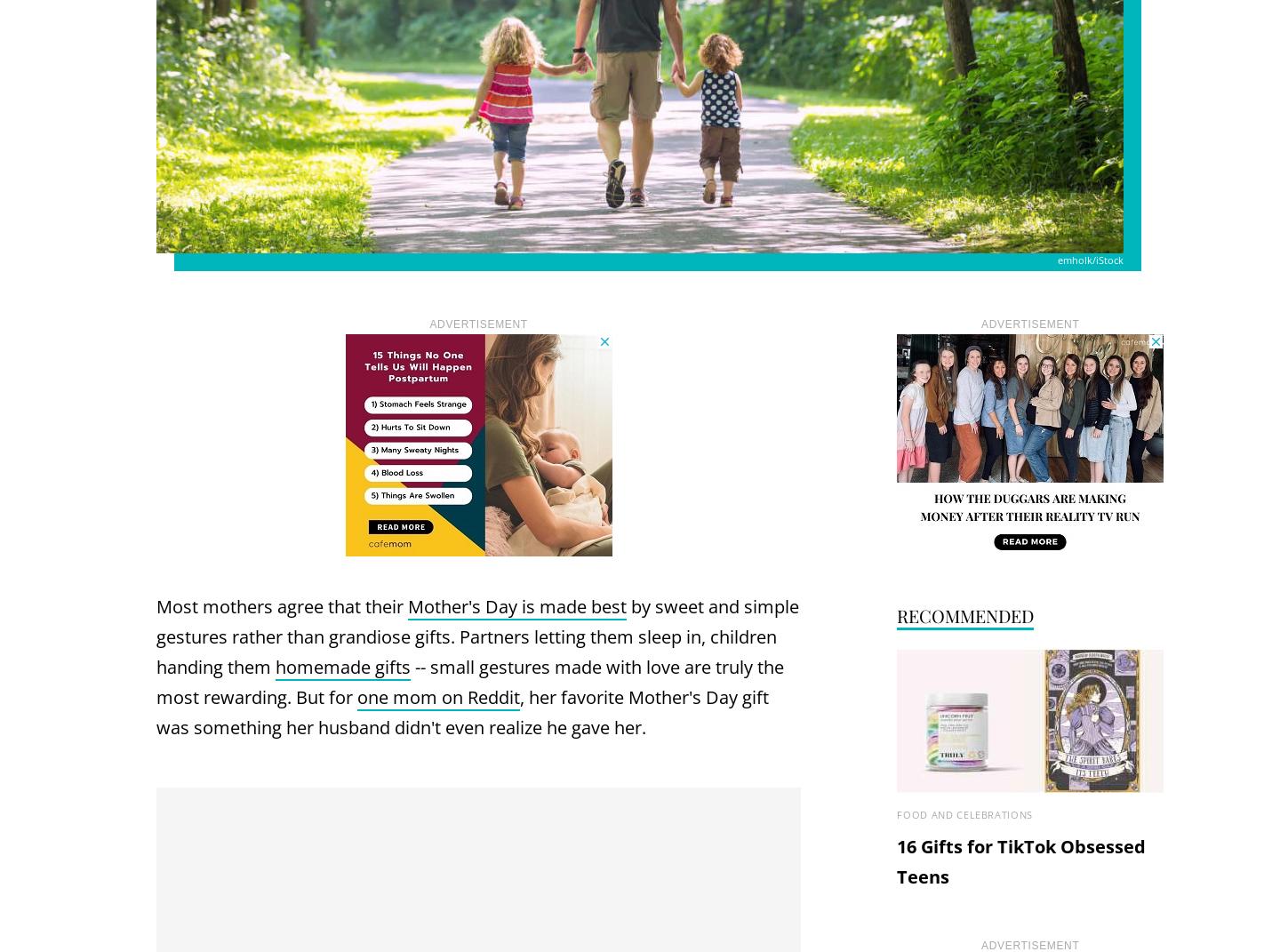  Describe the element at coordinates (461, 710) in the screenshot. I see `', her favorite Mother's Day gift was something her husband didn't even realize he gave her.'` at that location.